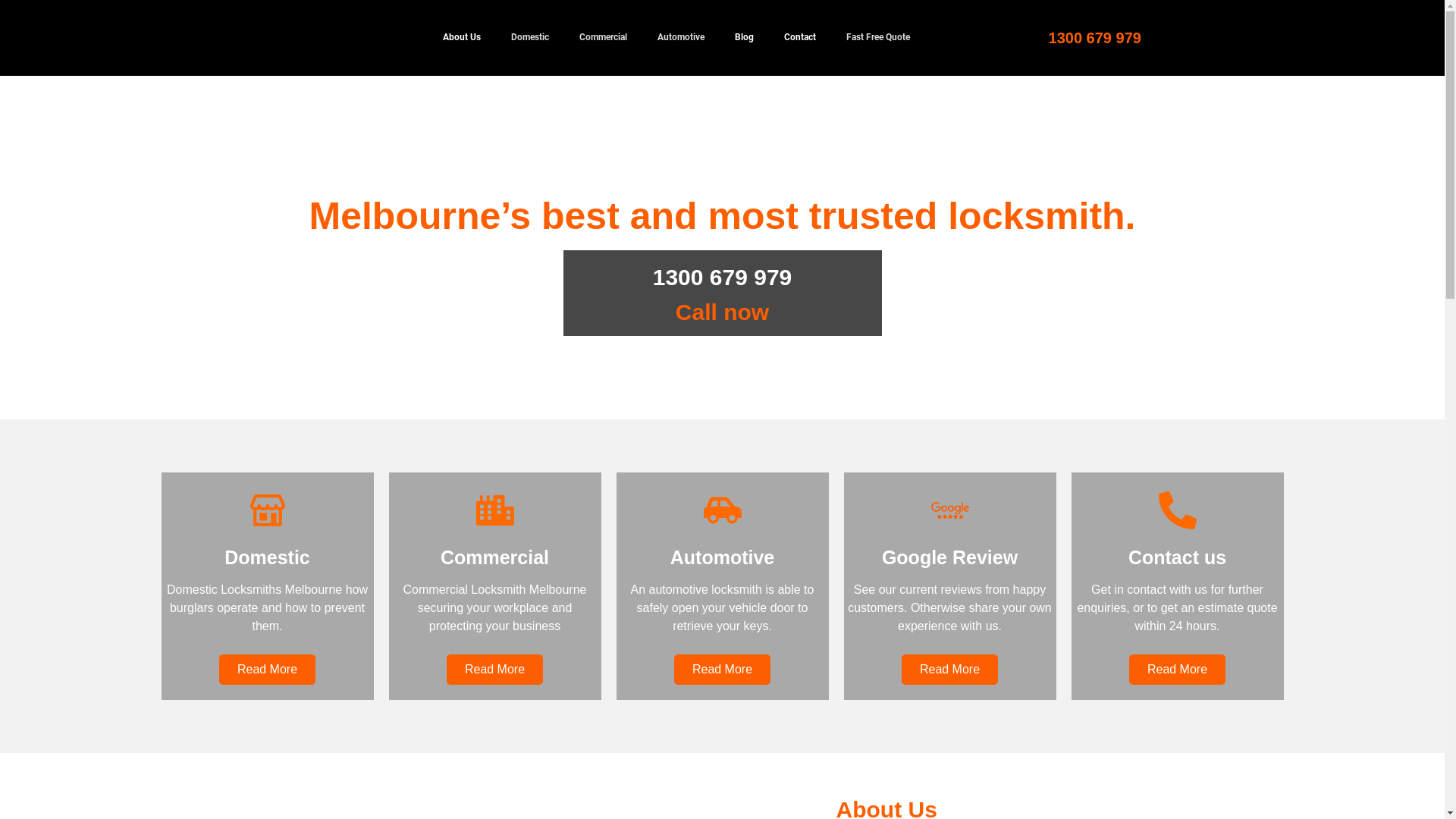 This screenshot has width=1456, height=819. What do you see at coordinates (877, 37) in the screenshot?
I see `'Fast Free Quote'` at bounding box center [877, 37].